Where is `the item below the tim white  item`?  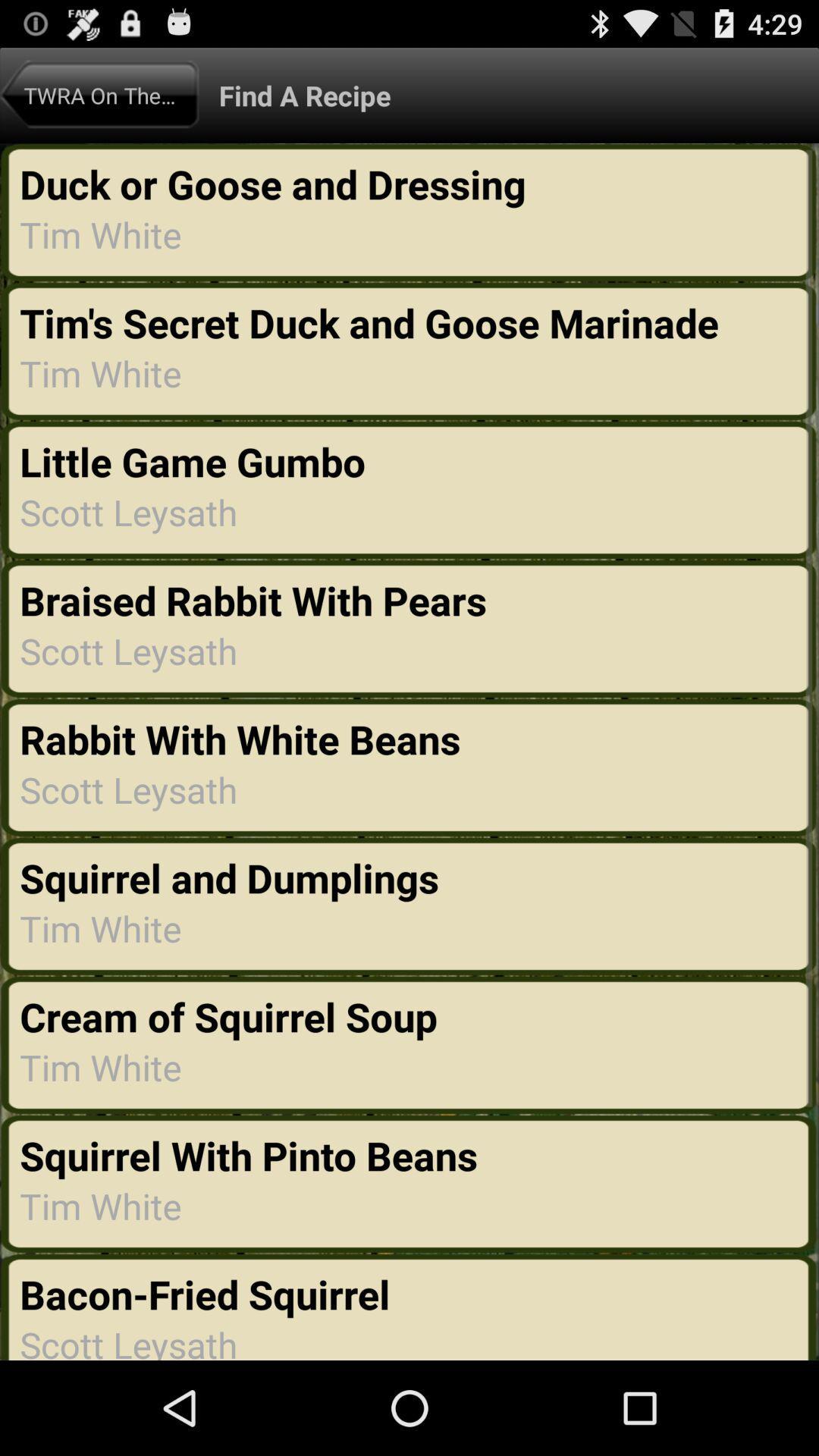 the item below the tim white  item is located at coordinates (248, 1154).